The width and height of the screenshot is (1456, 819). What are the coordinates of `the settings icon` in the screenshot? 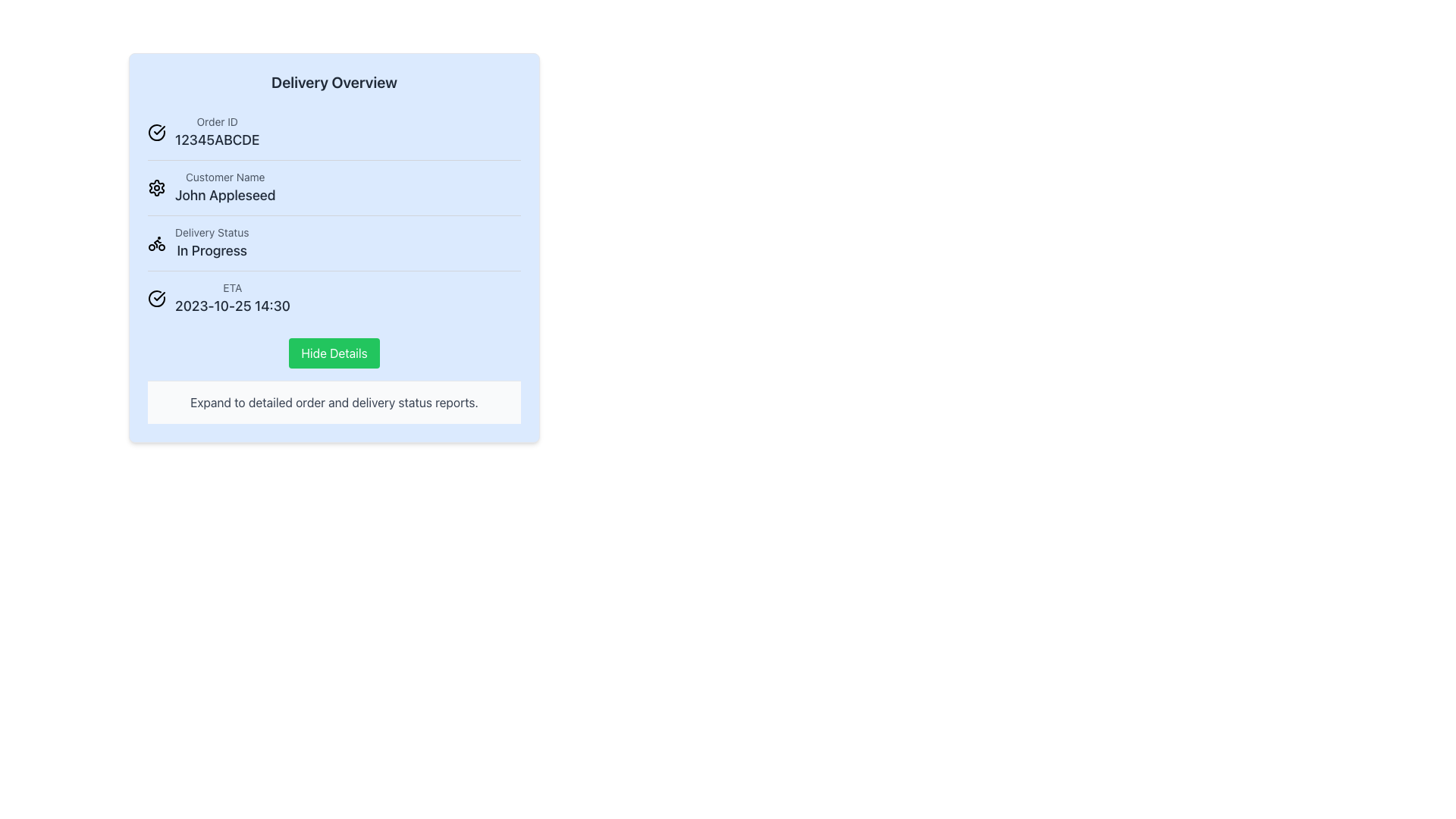 It's located at (156, 187).